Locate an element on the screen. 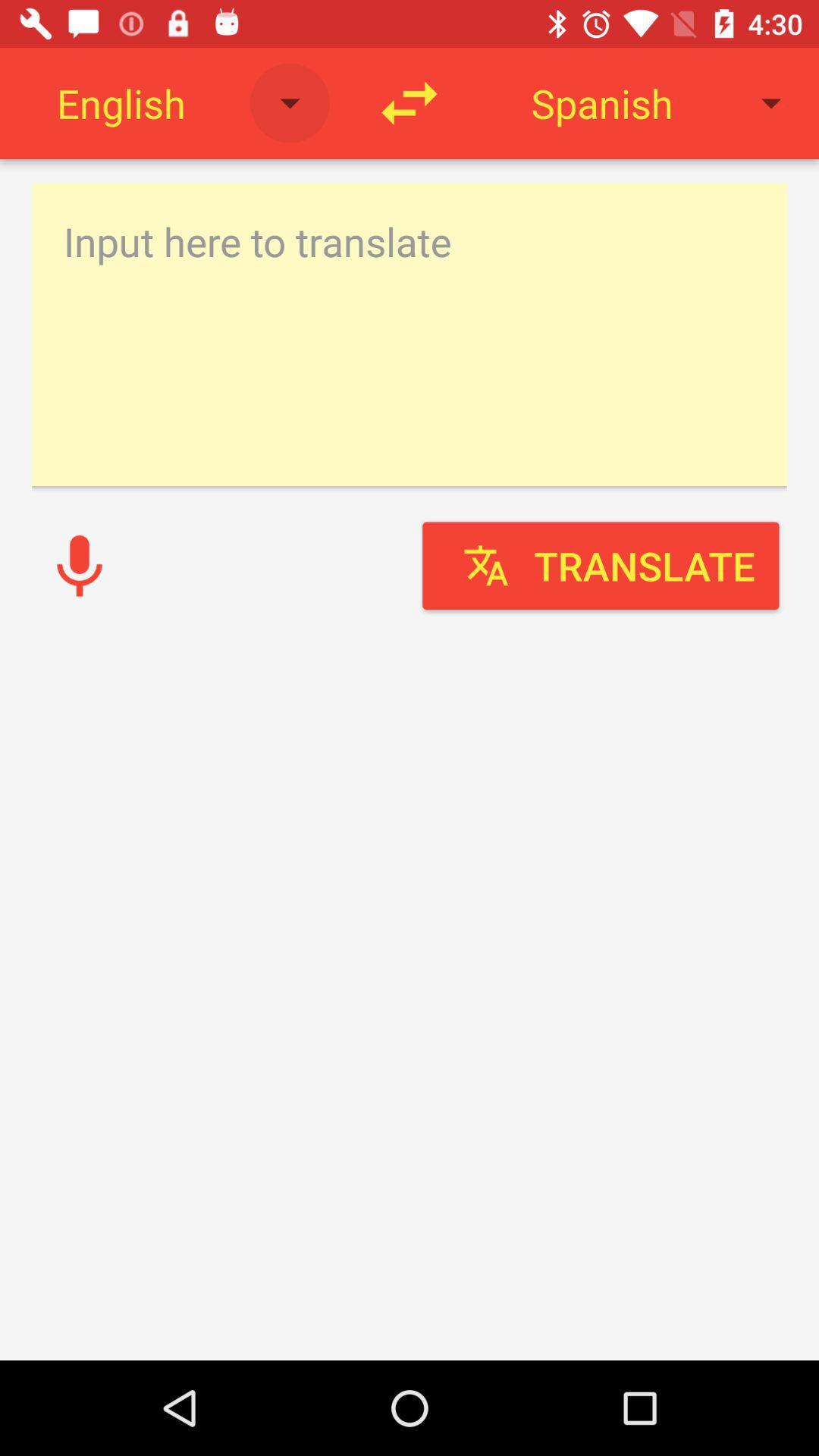 The image size is (819, 1456). voice chatting is located at coordinates (79, 565).